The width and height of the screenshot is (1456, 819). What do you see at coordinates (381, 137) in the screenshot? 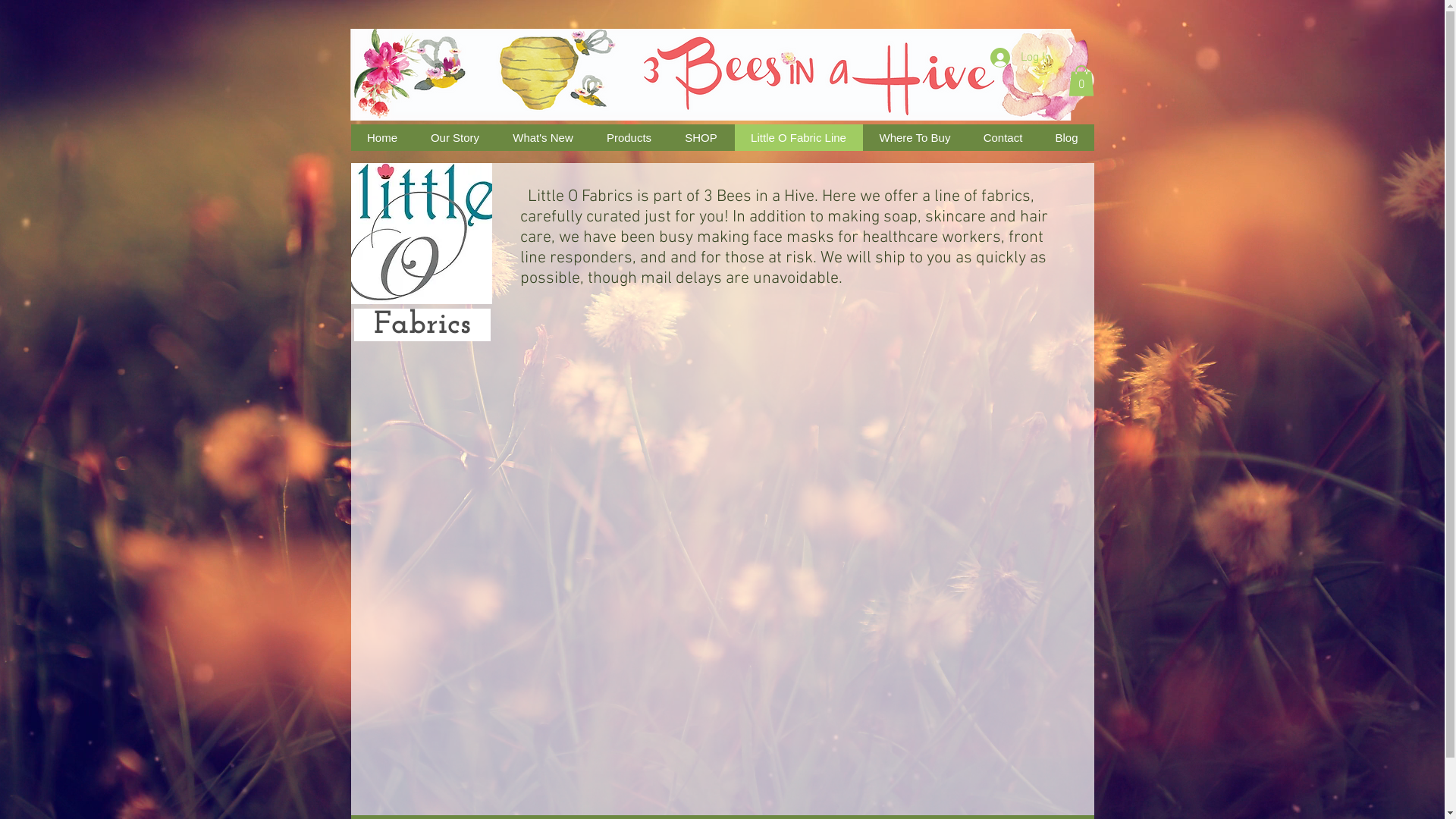
I see `'Home'` at bounding box center [381, 137].